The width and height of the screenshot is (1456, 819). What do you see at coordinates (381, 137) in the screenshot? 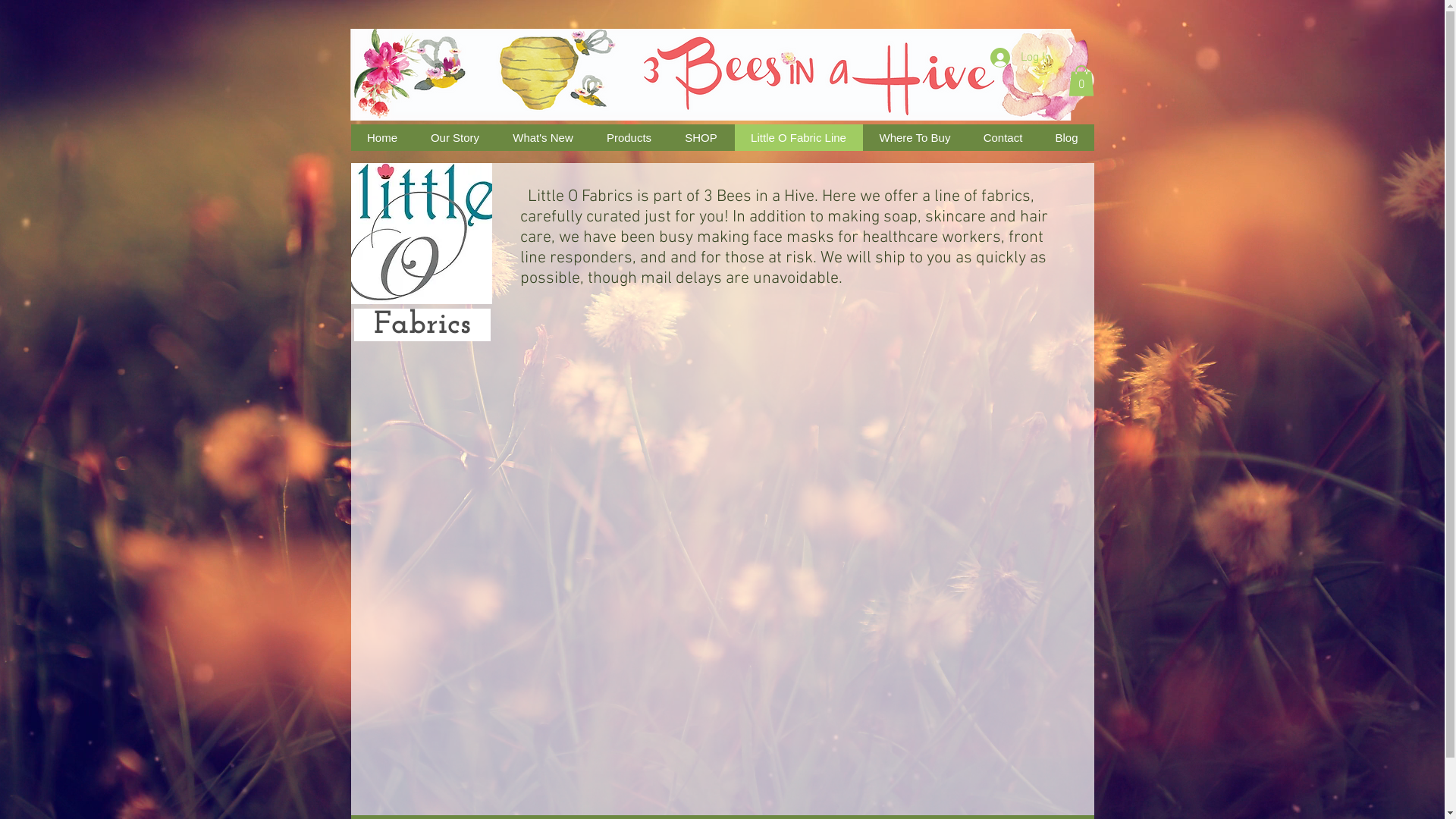
I see `'Home'` at bounding box center [381, 137].